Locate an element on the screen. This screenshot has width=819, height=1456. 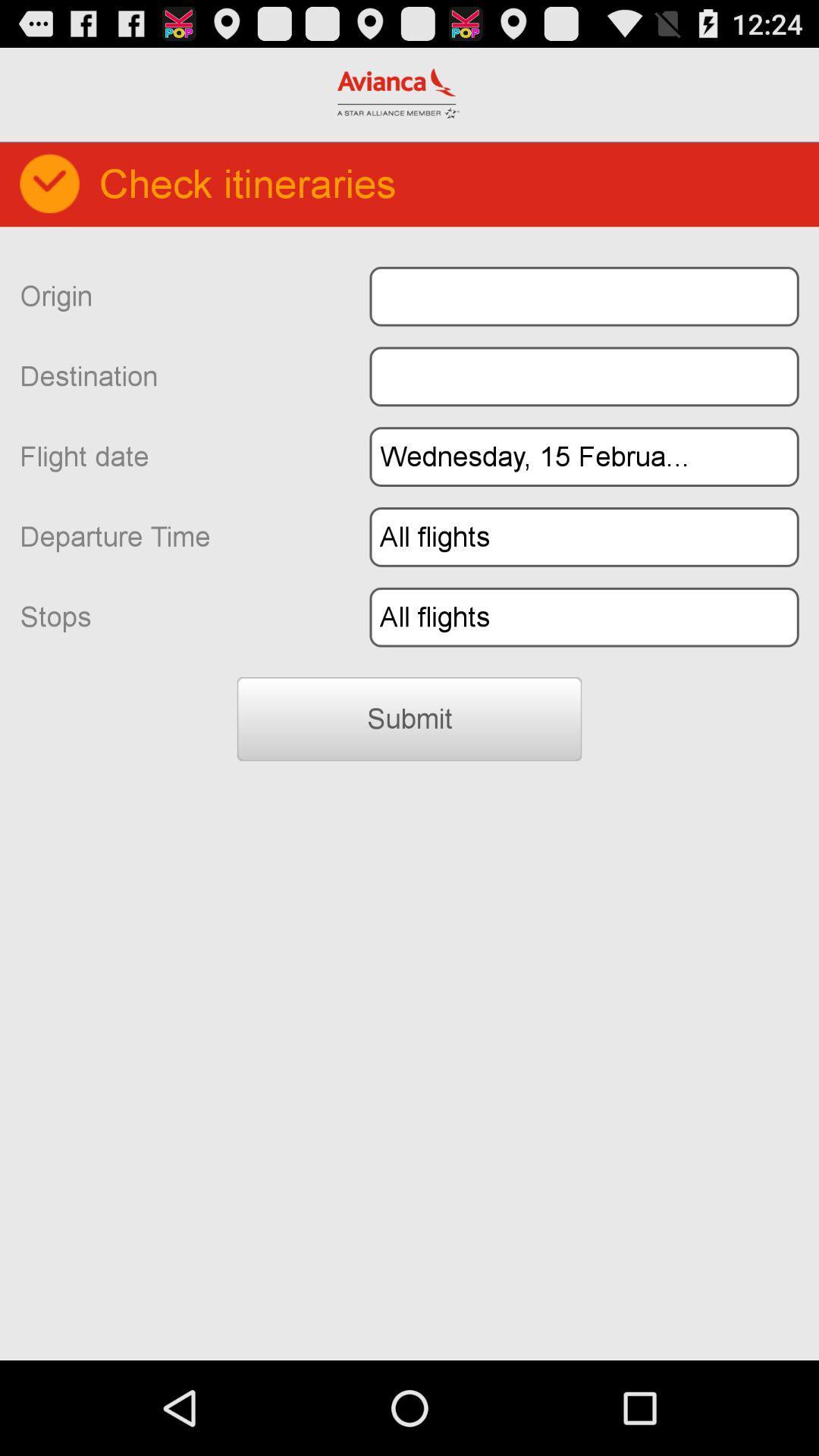
insert orgin is located at coordinates (583, 297).